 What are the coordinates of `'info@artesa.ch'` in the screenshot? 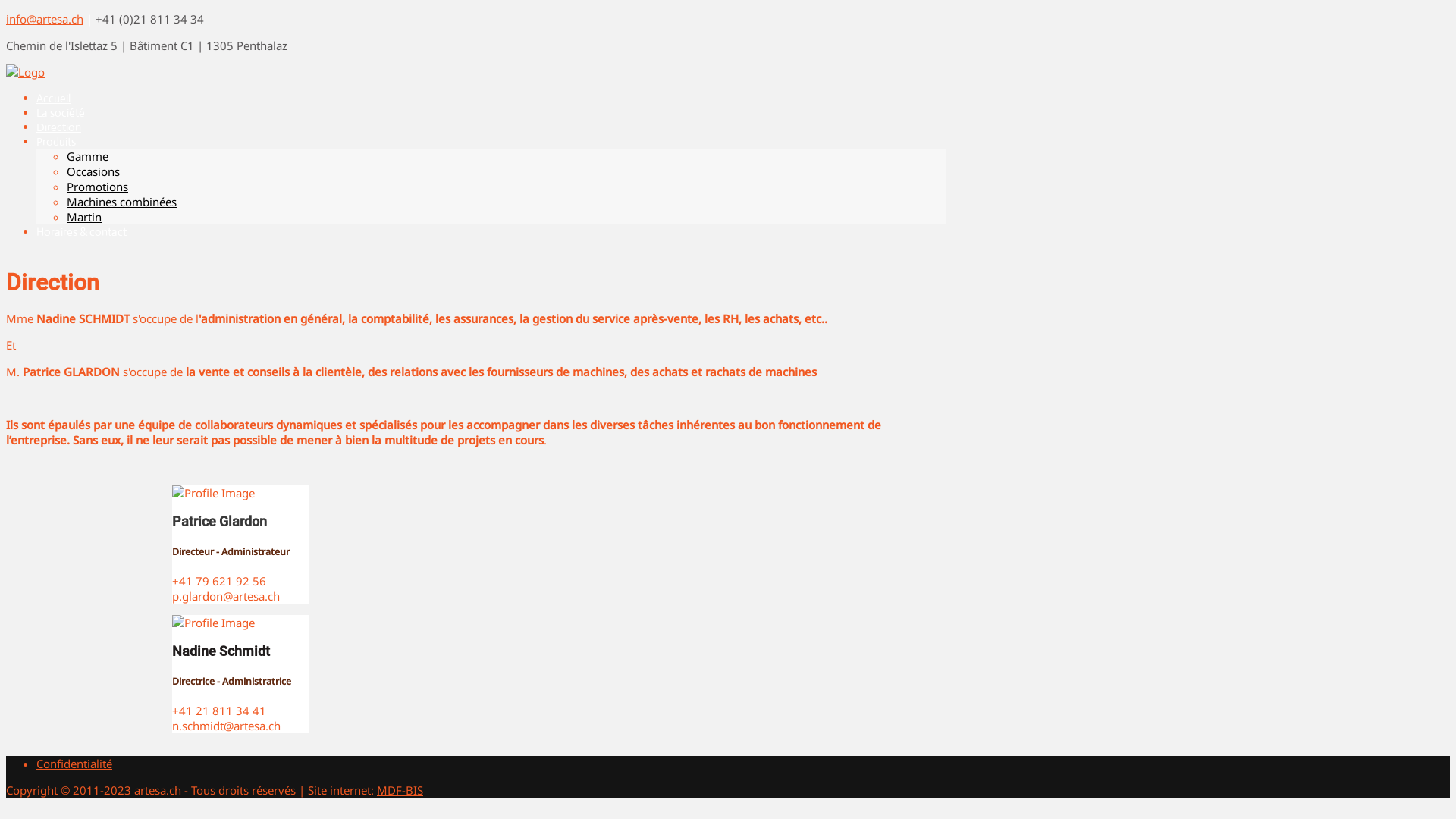 It's located at (44, 18).